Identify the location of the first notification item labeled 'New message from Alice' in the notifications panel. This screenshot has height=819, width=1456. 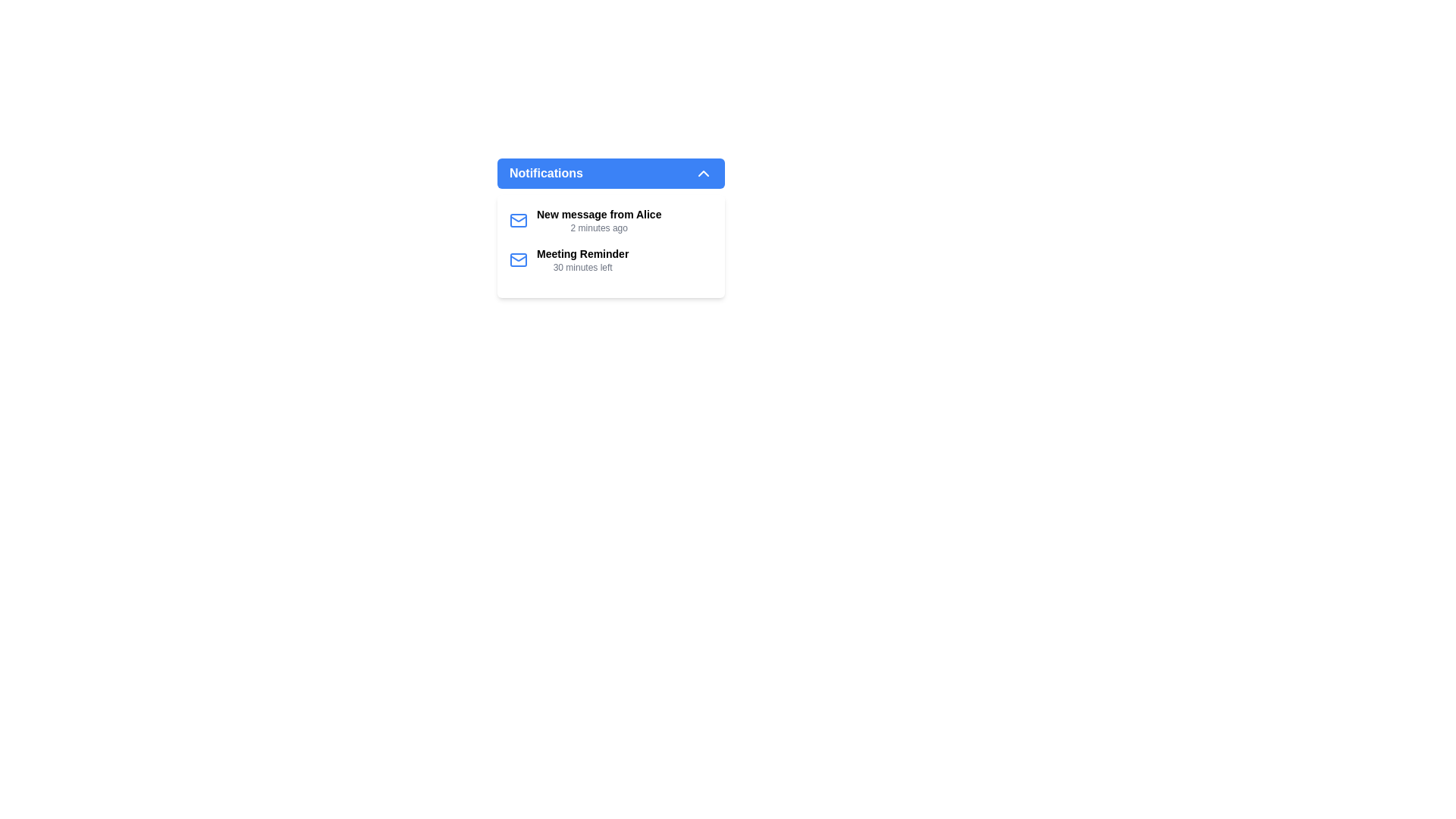
(611, 220).